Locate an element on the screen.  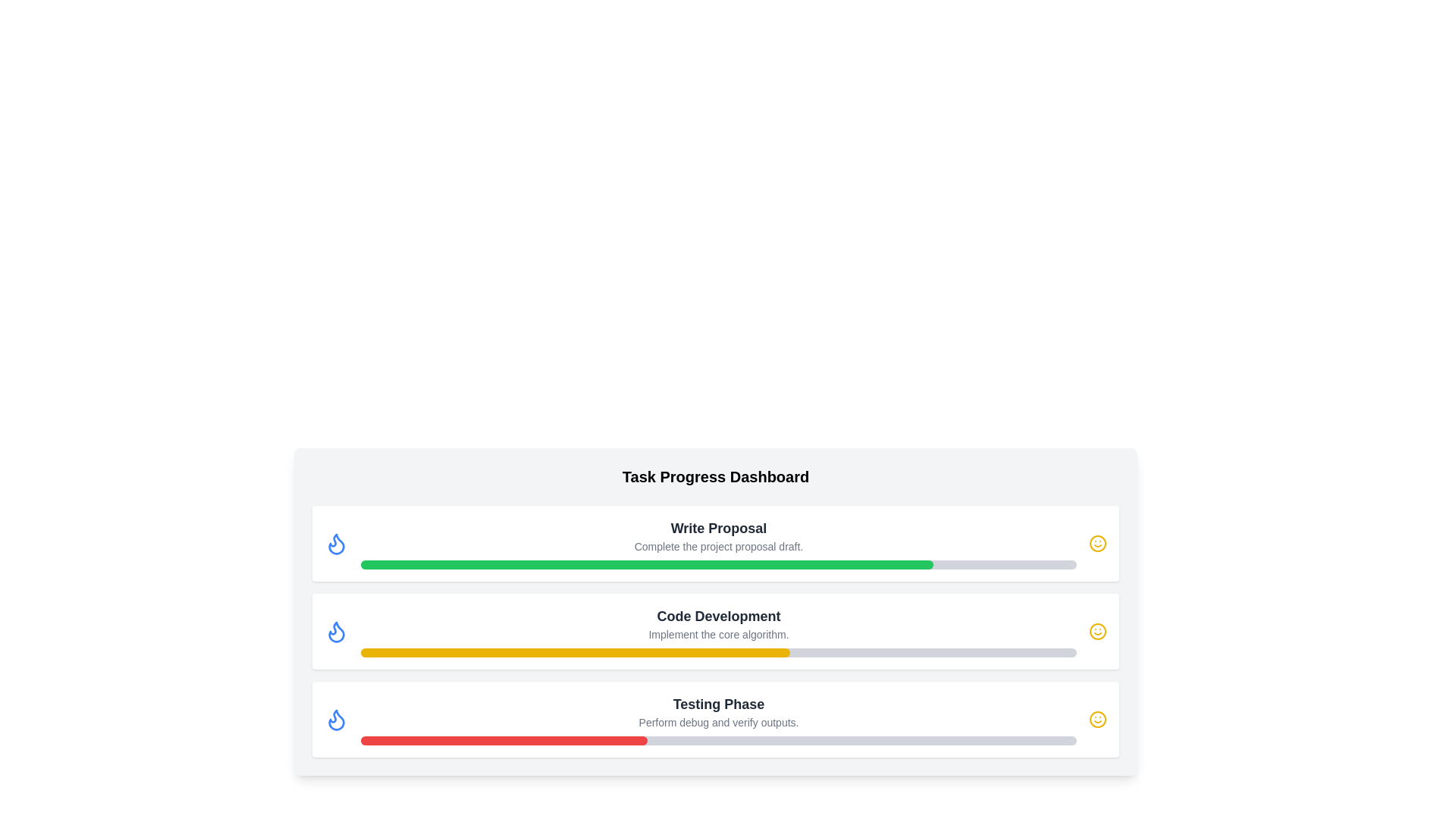
the text label 'Testing Phase' which is styled with a bold and larger font size, positioned above the description text and progress bar components in the list of progress tasks is located at coordinates (718, 704).